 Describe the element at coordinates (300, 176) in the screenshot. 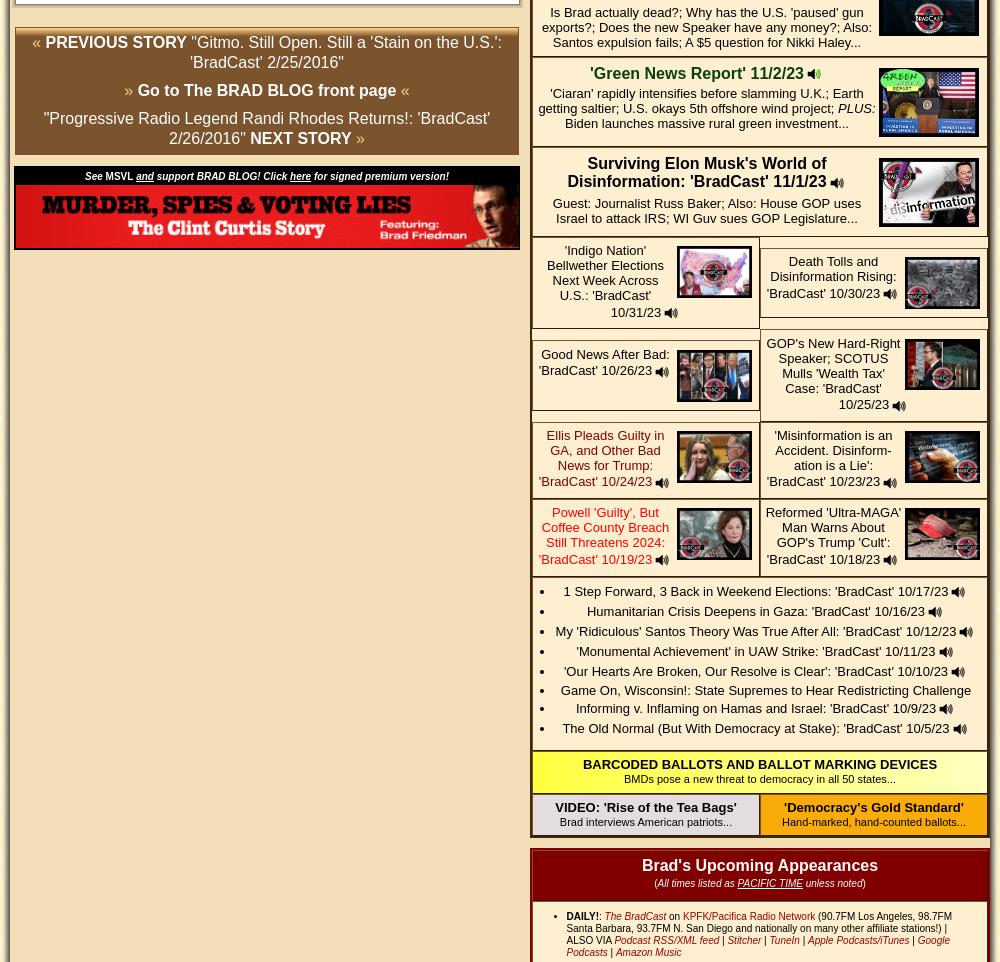

I see `'here'` at that location.